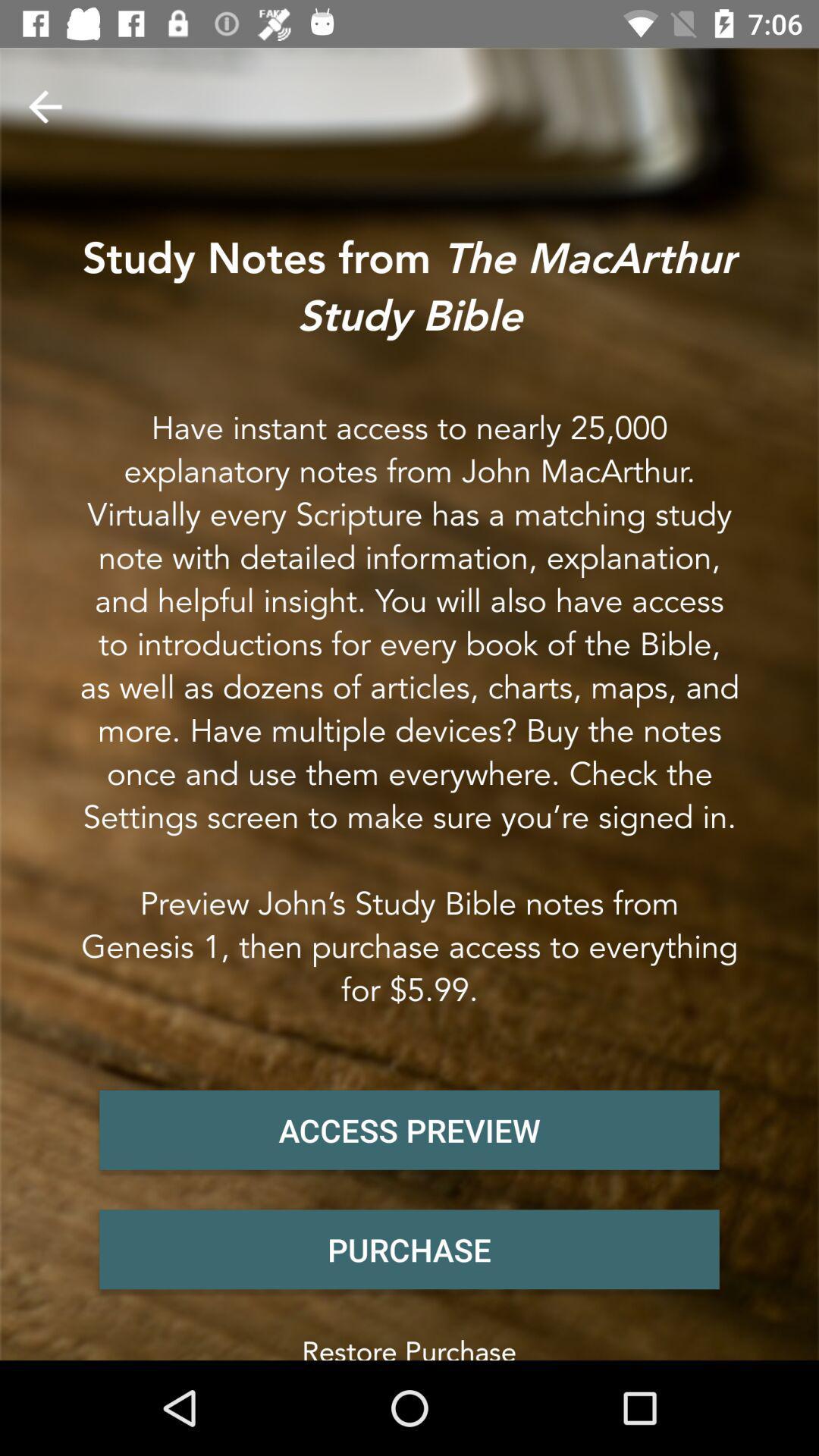 Image resolution: width=819 pixels, height=1456 pixels. Describe the element at coordinates (409, 1130) in the screenshot. I see `access preview` at that location.